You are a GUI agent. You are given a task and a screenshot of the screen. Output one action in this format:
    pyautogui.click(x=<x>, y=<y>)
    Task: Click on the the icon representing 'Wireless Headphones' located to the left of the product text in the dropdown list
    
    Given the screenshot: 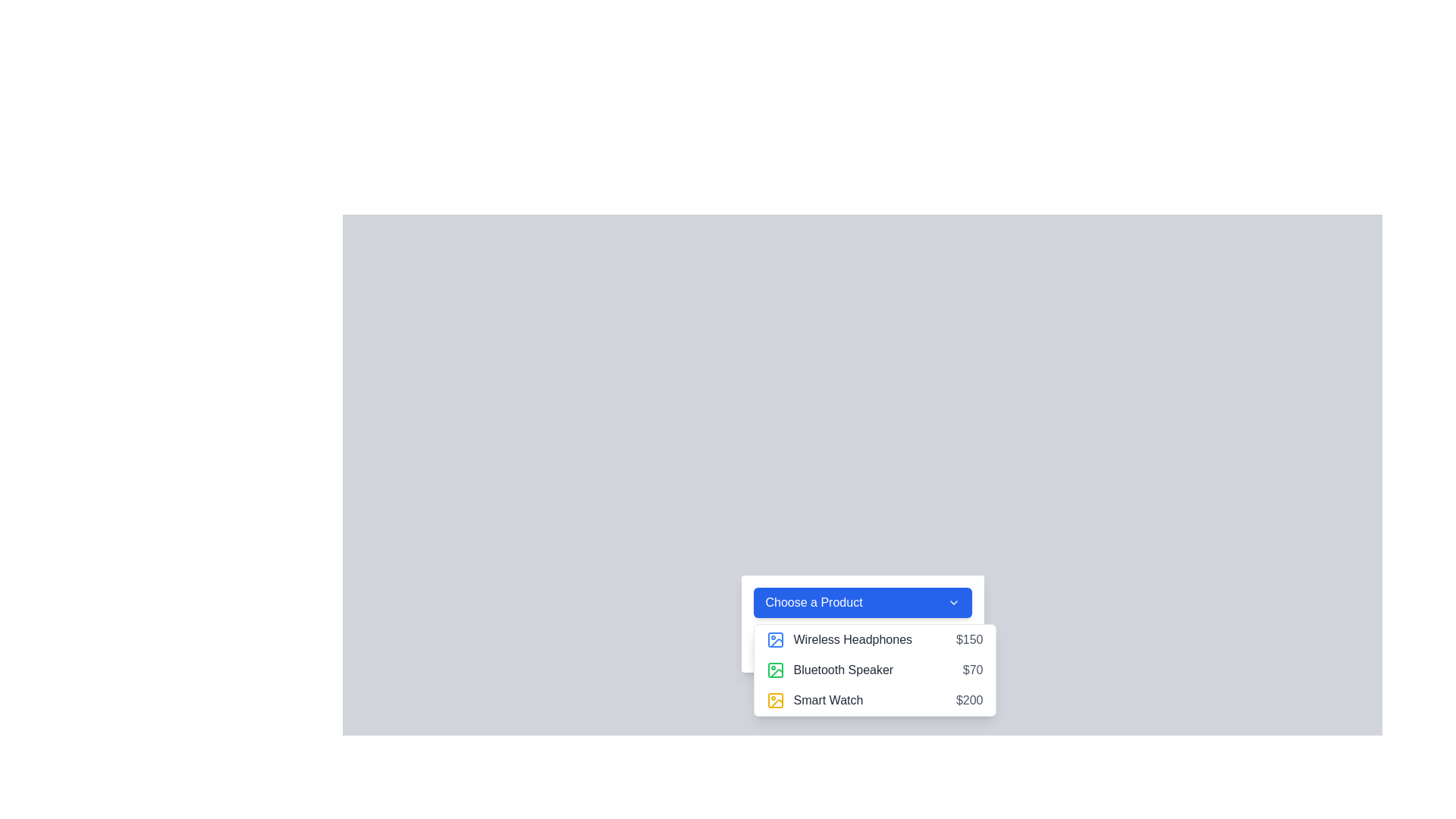 What is the action you would take?
    pyautogui.click(x=775, y=640)
    